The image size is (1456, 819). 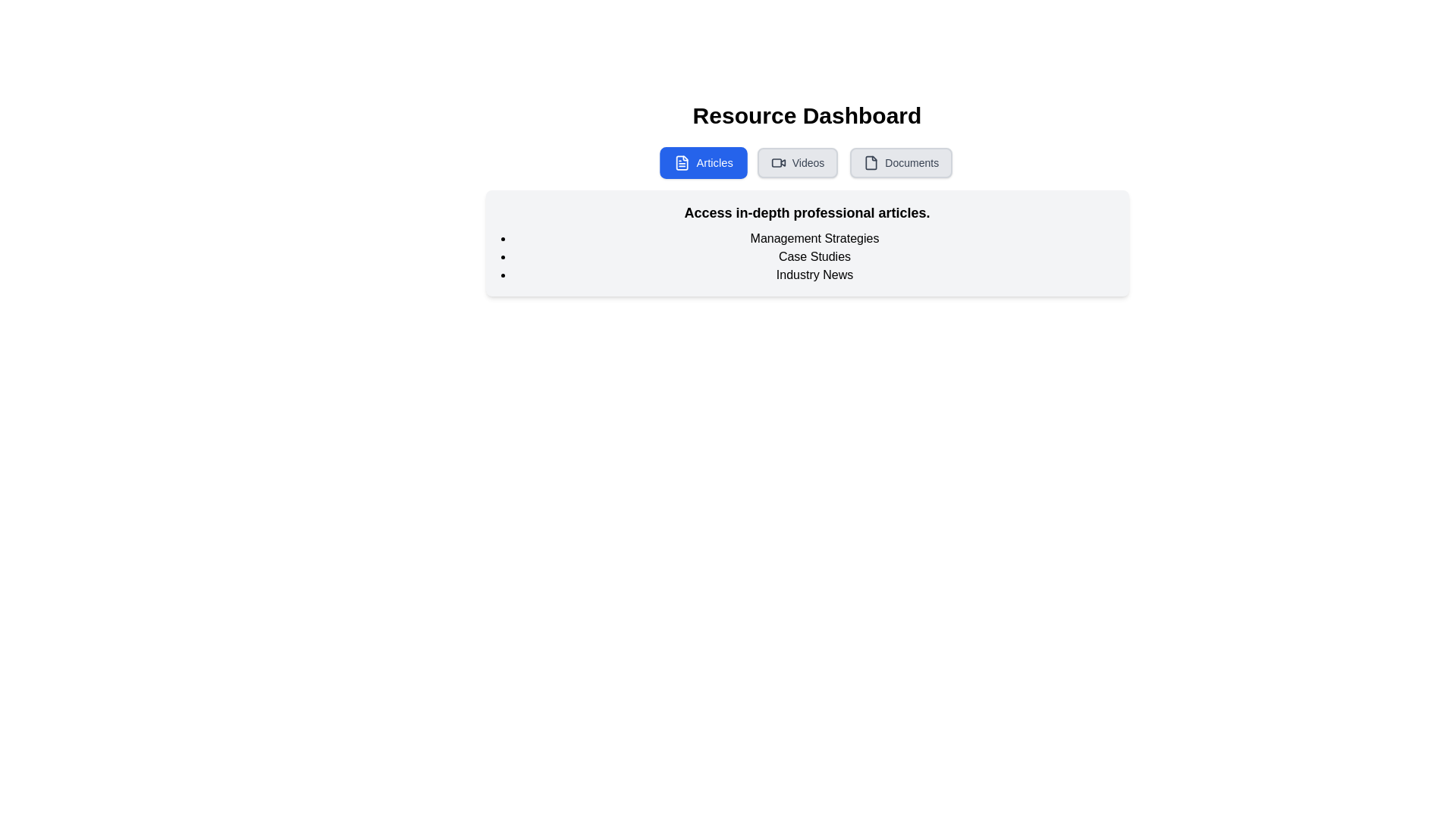 I want to click on the 'Industry News' text label, which is the last item in the unordered list located in the central panel of the interface, so click(x=814, y=275).